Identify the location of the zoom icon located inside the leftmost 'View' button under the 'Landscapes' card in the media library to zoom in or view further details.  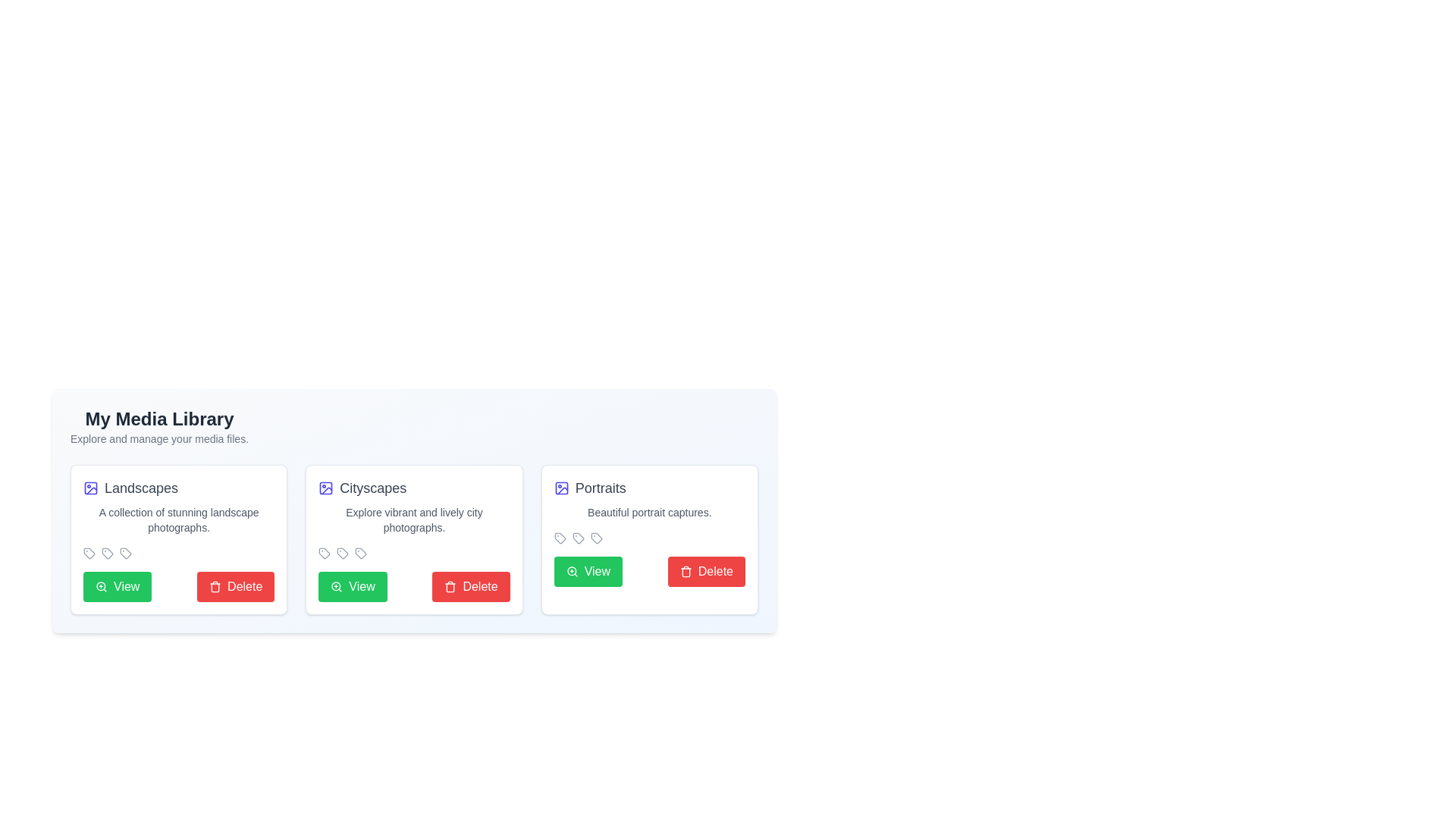
(101, 586).